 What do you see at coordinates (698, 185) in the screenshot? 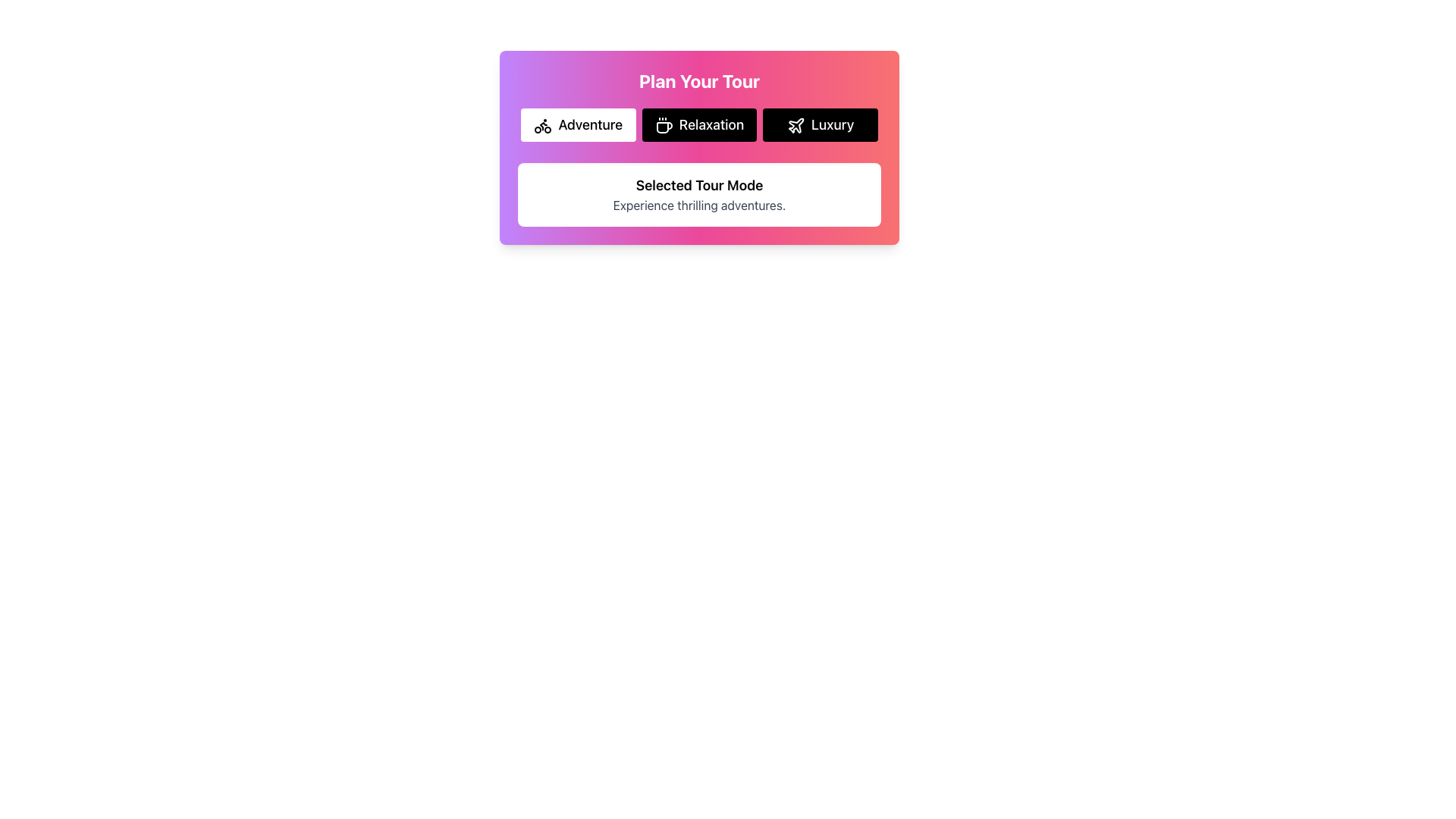
I see `the text label 'Selected Tour Mode' which is styled with a bold black font and positioned above the subtitle within a light background panel` at bounding box center [698, 185].